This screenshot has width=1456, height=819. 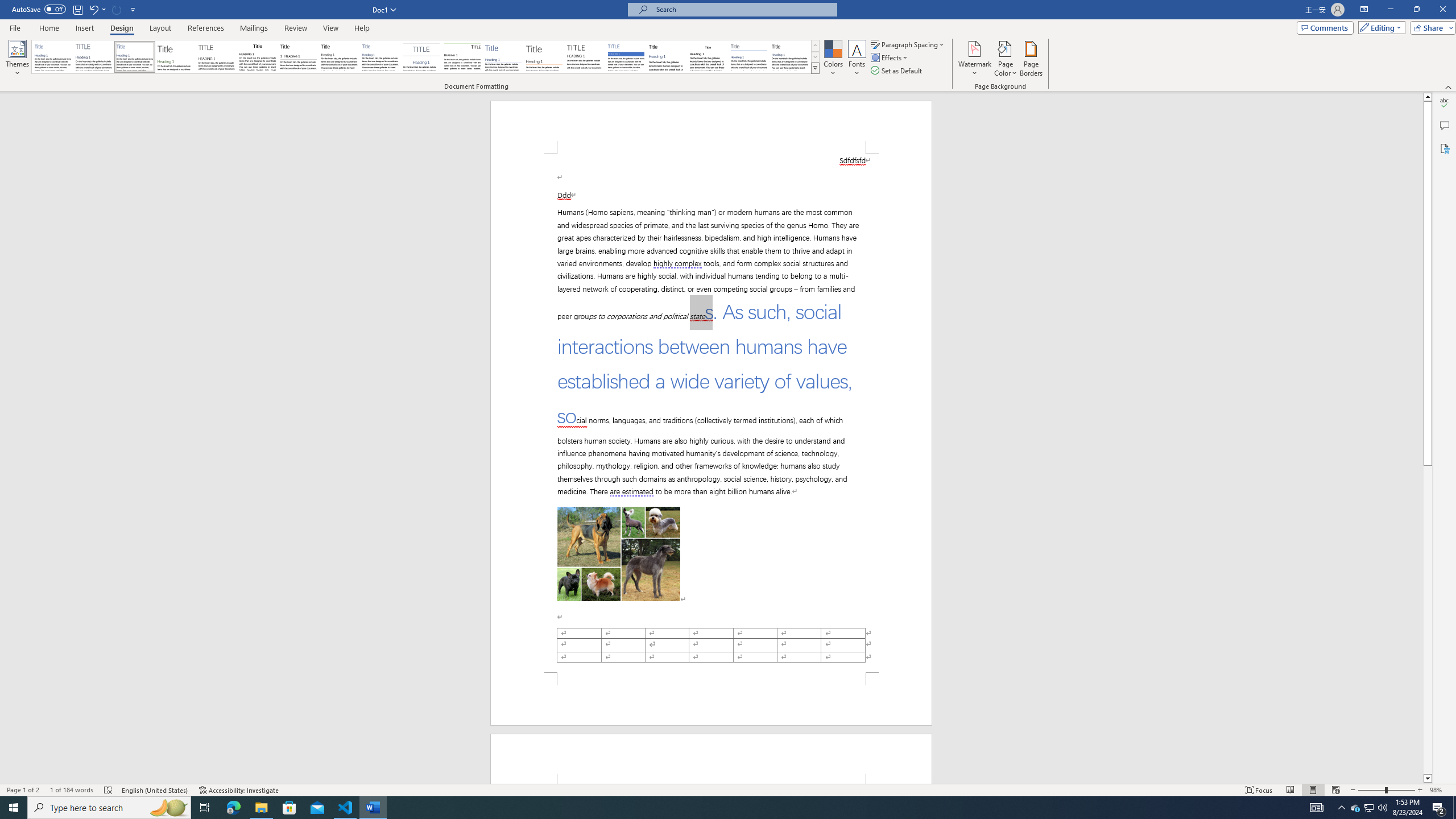 I want to click on 'Accessibility', so click(x=1444, y=148).